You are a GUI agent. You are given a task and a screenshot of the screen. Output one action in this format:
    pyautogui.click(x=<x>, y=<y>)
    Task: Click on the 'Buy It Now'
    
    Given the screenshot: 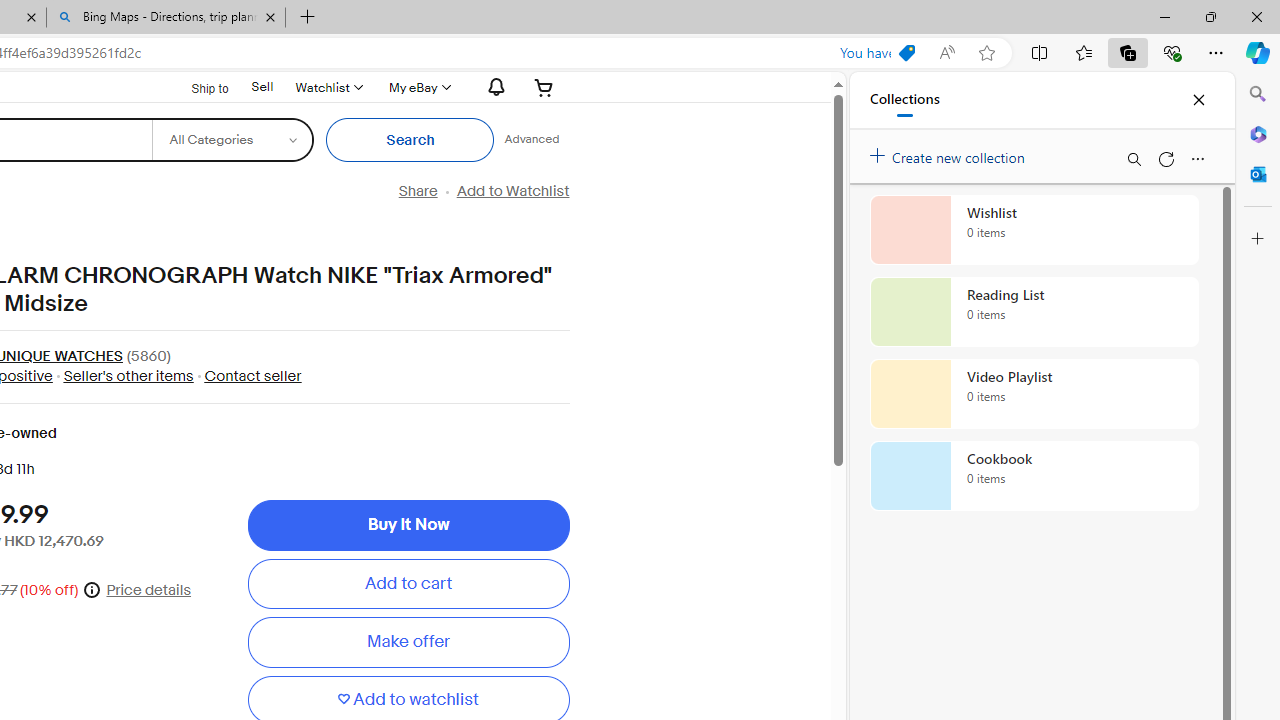 What is the action you would take?
    pyautogui.click(x=407, y=523)
    